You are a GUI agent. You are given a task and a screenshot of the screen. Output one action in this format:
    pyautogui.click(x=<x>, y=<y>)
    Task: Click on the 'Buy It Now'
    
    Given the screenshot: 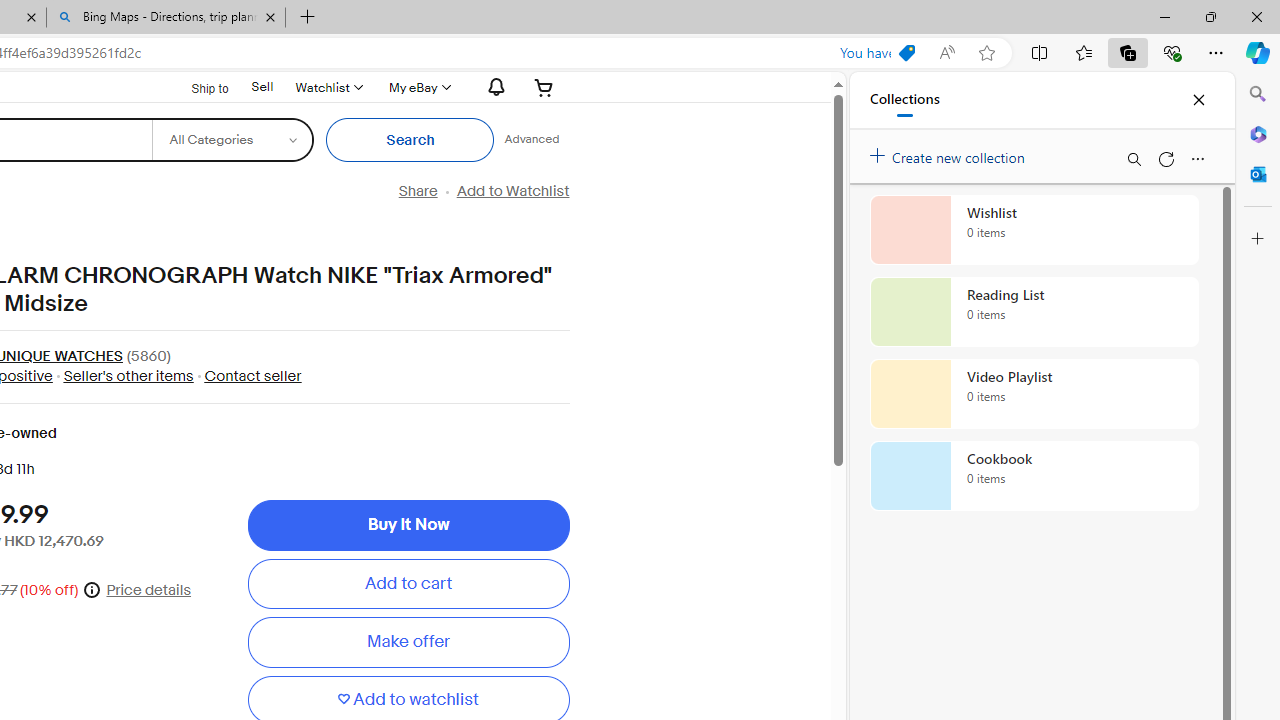 What is the action you would take?
    pyautogui.click(x=407, y=523)
    